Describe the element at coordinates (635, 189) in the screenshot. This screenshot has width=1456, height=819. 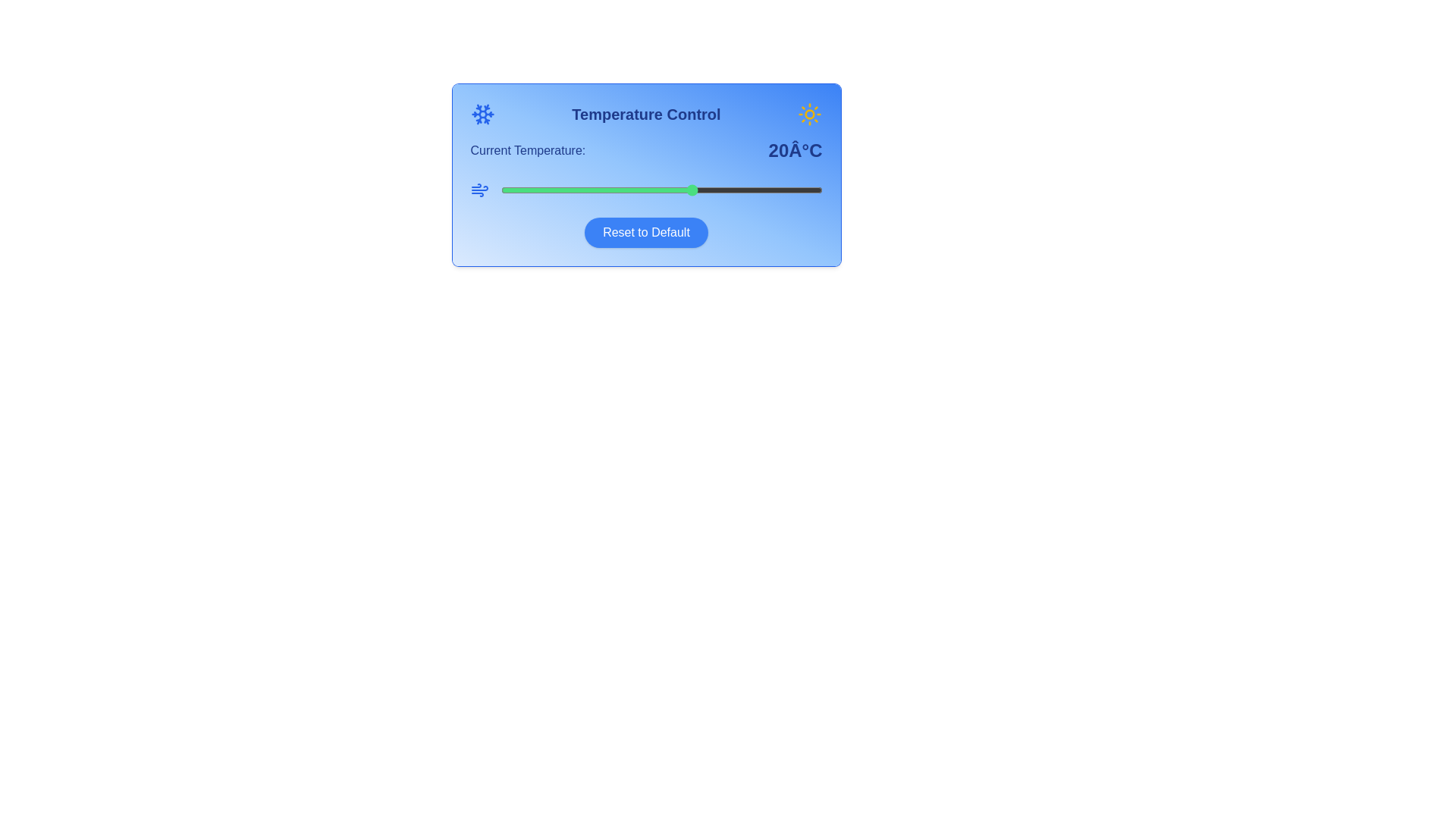
I see `the temperature slider` at that location.